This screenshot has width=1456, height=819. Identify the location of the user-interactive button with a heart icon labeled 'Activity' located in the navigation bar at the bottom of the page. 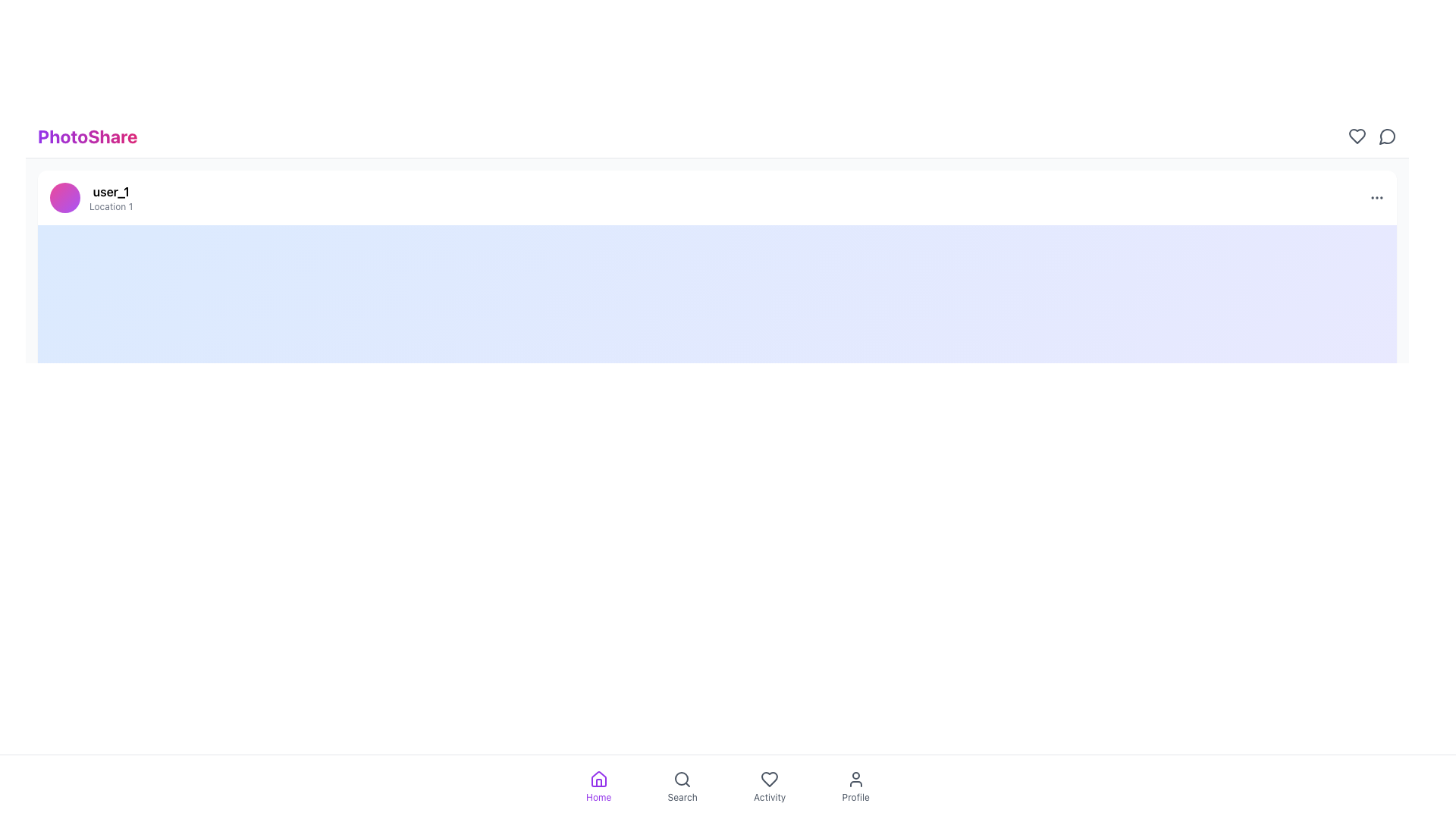
(770, 786).